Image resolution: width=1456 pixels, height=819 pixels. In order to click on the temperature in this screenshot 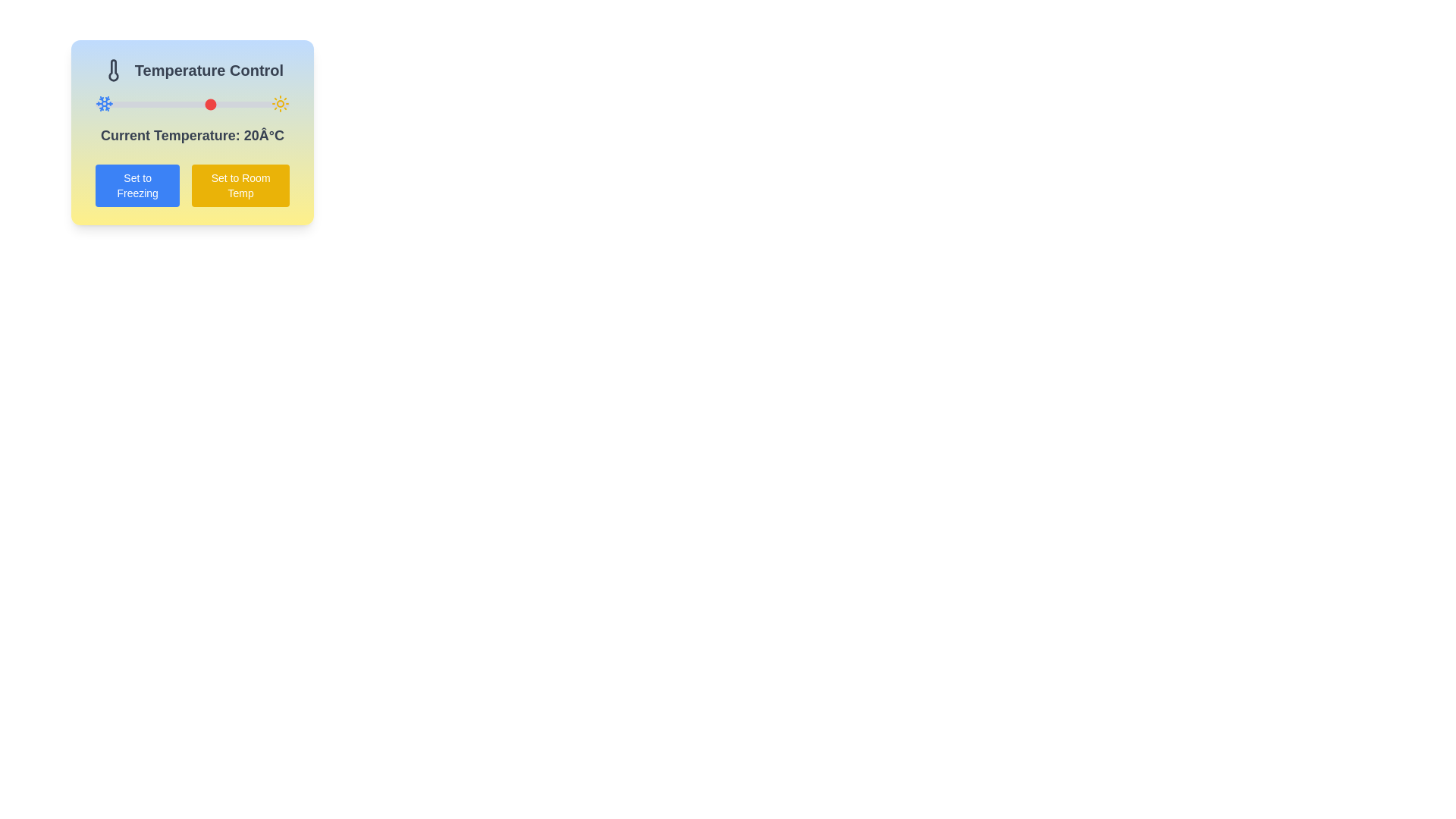, I will do `click(203, 104)`.